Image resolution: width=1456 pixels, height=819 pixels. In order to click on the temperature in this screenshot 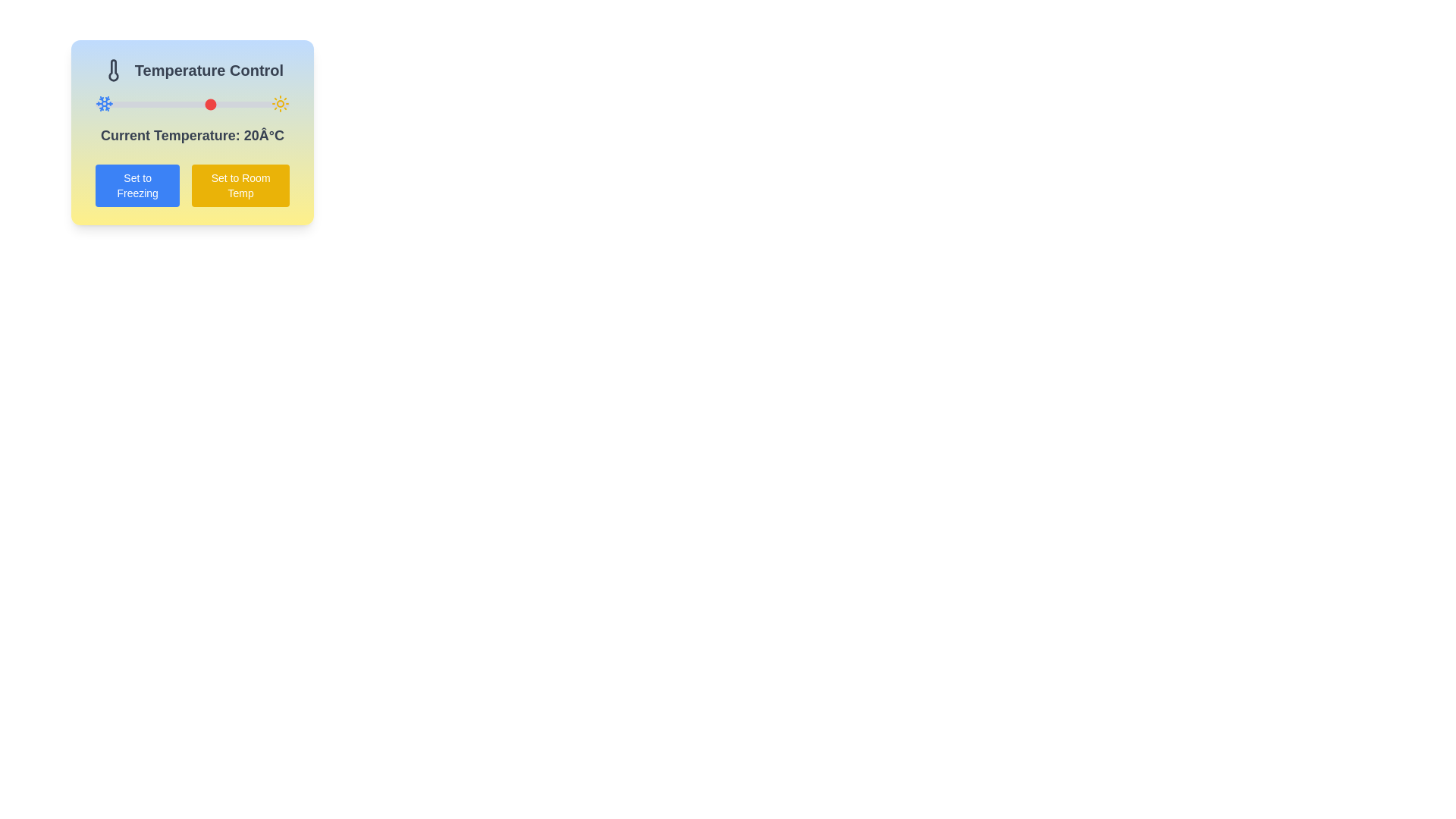, I will do `click(203, 104)`.